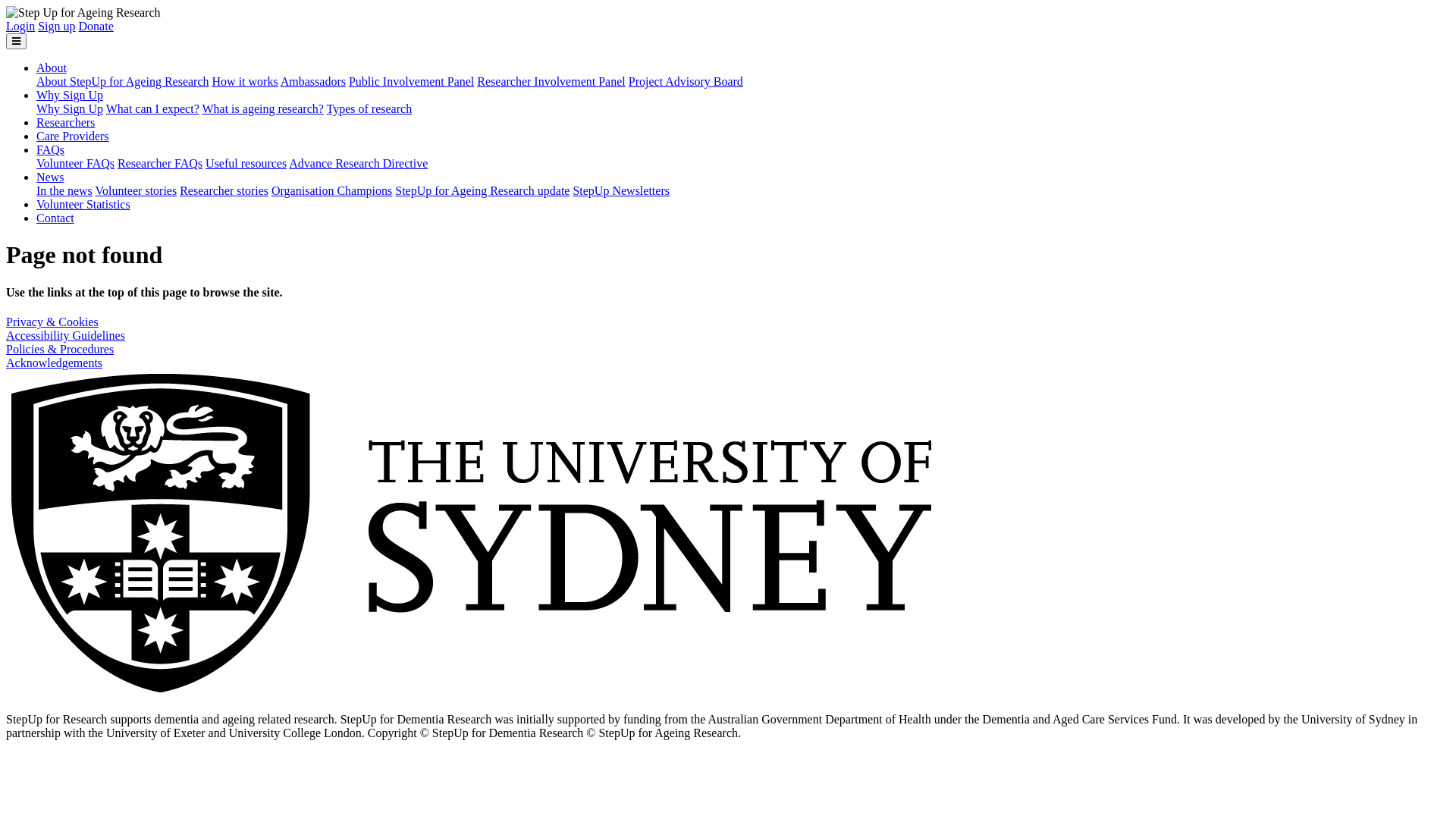  What do you see at coordinates (312, 81) in the screenshot?
I see `'Ambassadors'` at bounding box center [312, 81].